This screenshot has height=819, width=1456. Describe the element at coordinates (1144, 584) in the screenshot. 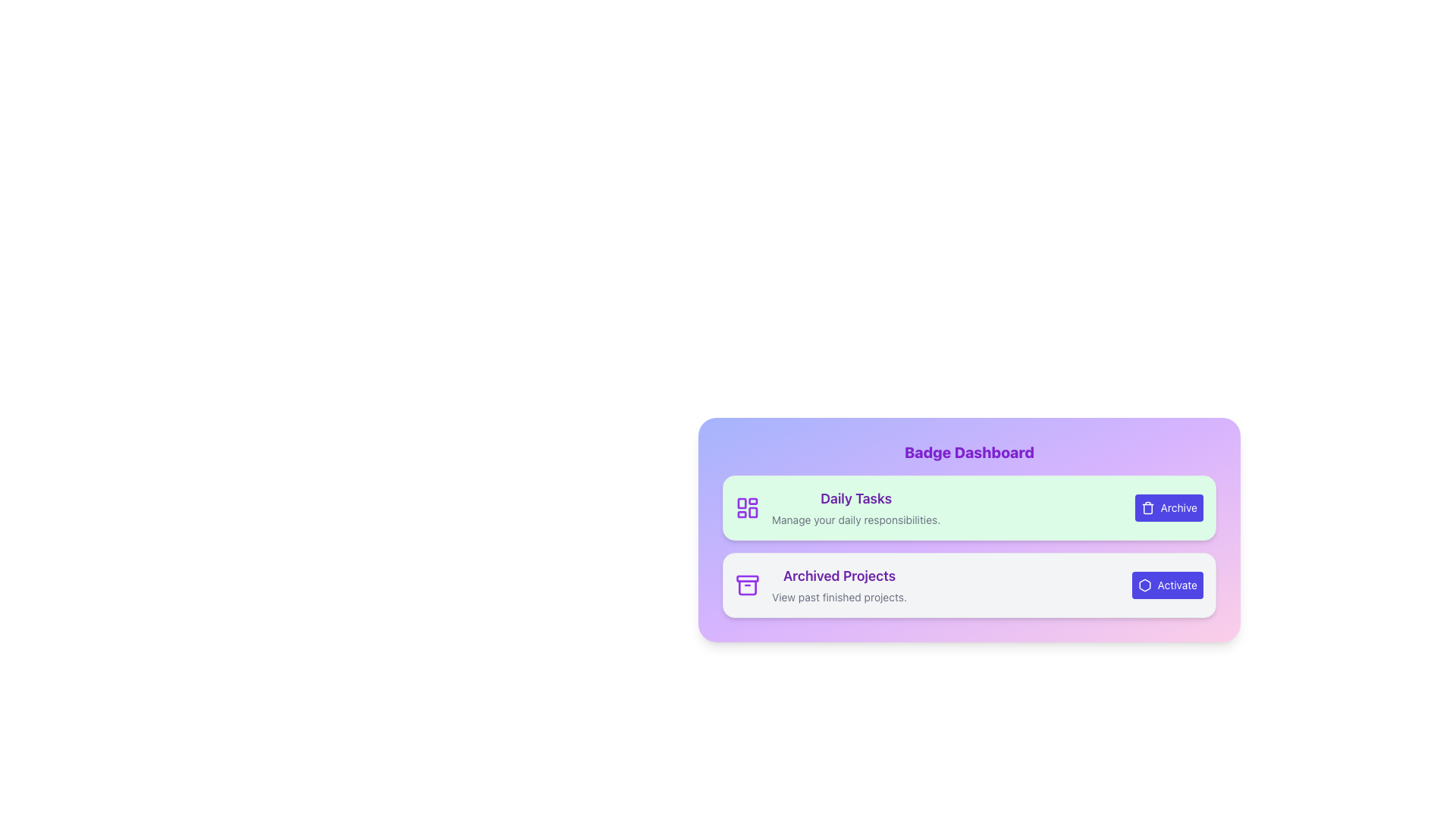

I see `the decorative icon associated with the 'Activate' button in the 'Archived Projects' section of the 'Badge Dashboard'` at that location.